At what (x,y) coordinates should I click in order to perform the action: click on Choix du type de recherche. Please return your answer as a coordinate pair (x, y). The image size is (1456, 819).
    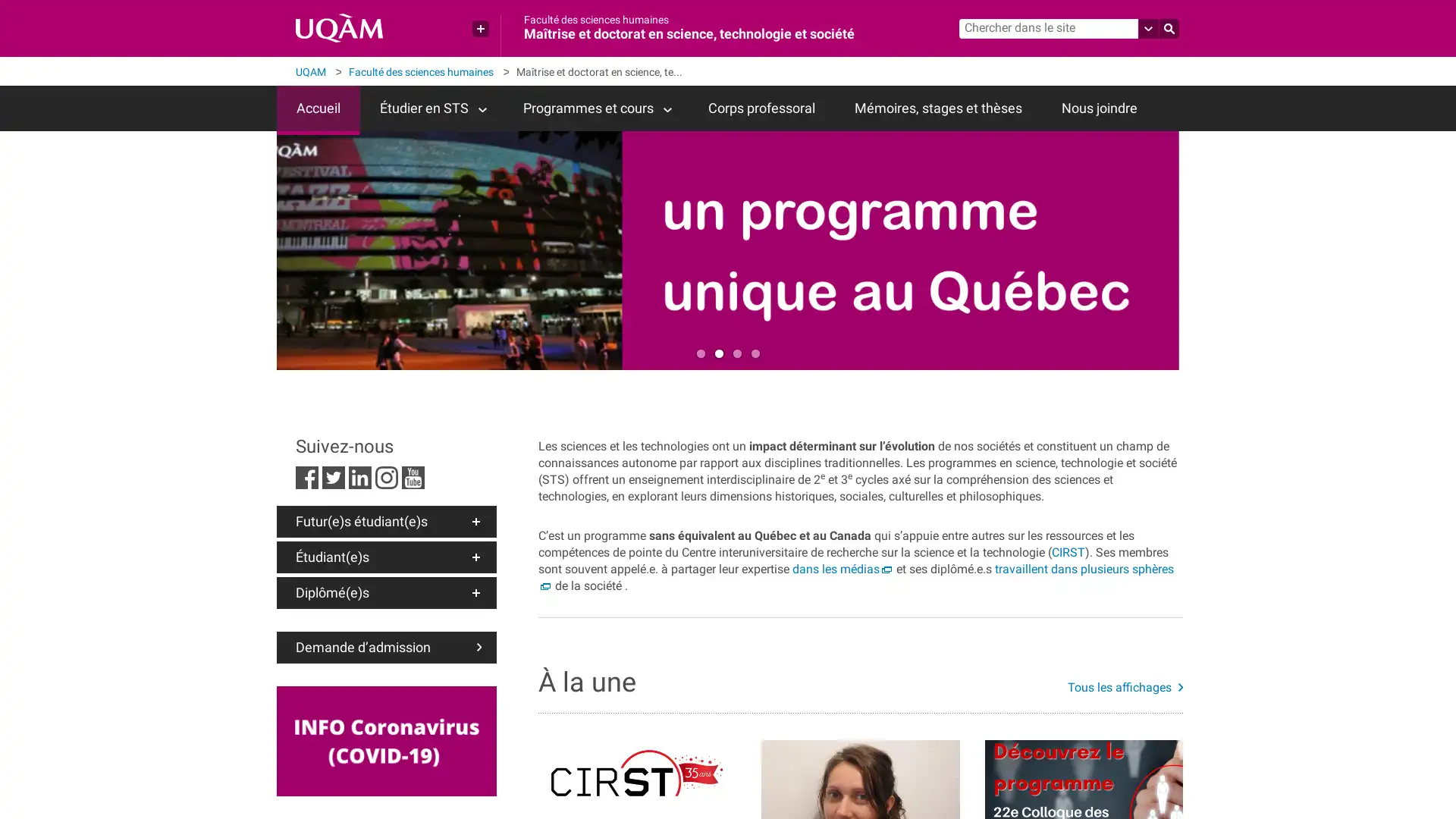
    Looking at the image, I should click on (1149, 29).